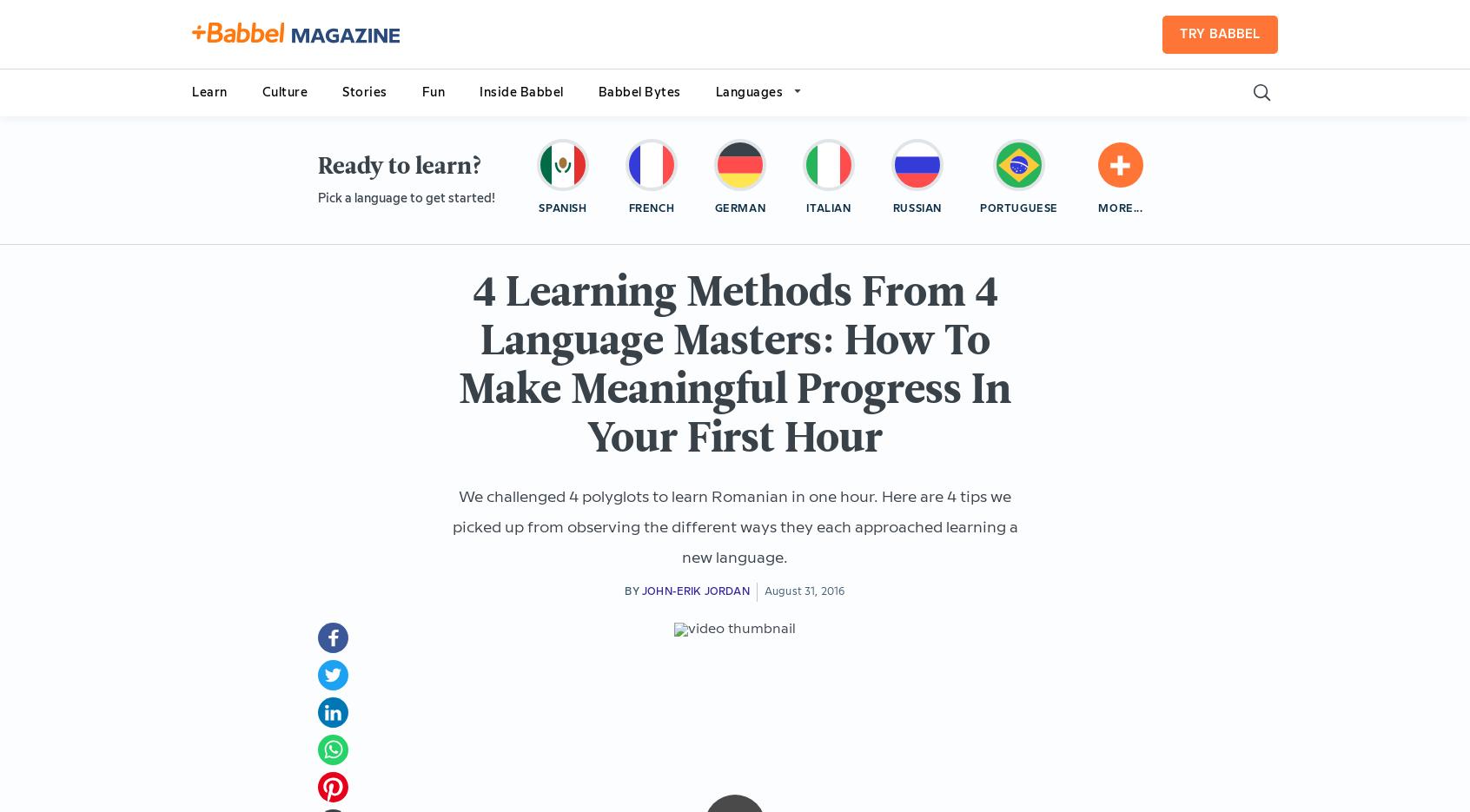  Describe the element at coordinates (785, 209) in the screenshot. I see `'English'` at that location.